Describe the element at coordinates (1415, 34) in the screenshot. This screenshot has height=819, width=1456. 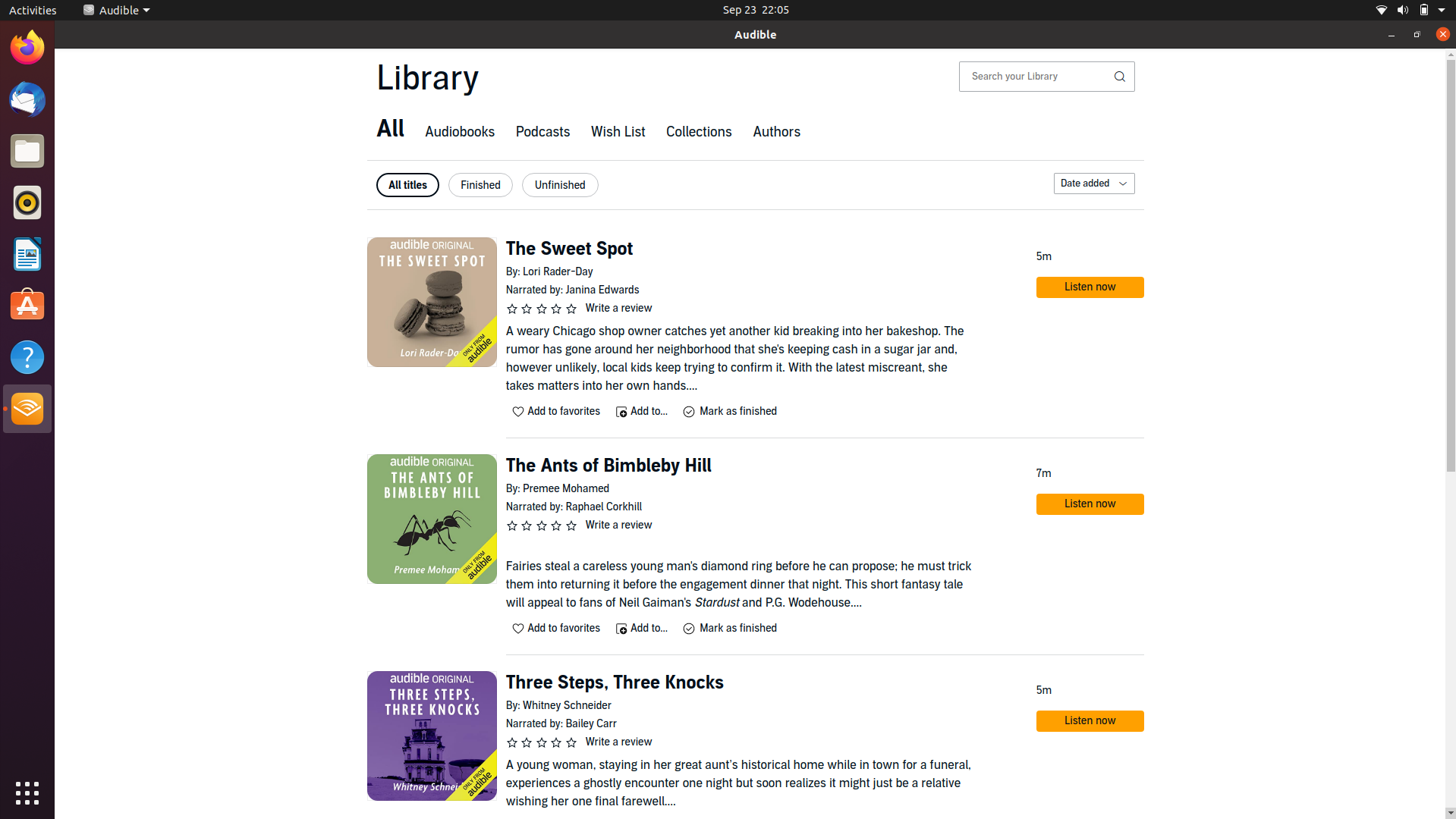
I see `Maximize screen` at that location.